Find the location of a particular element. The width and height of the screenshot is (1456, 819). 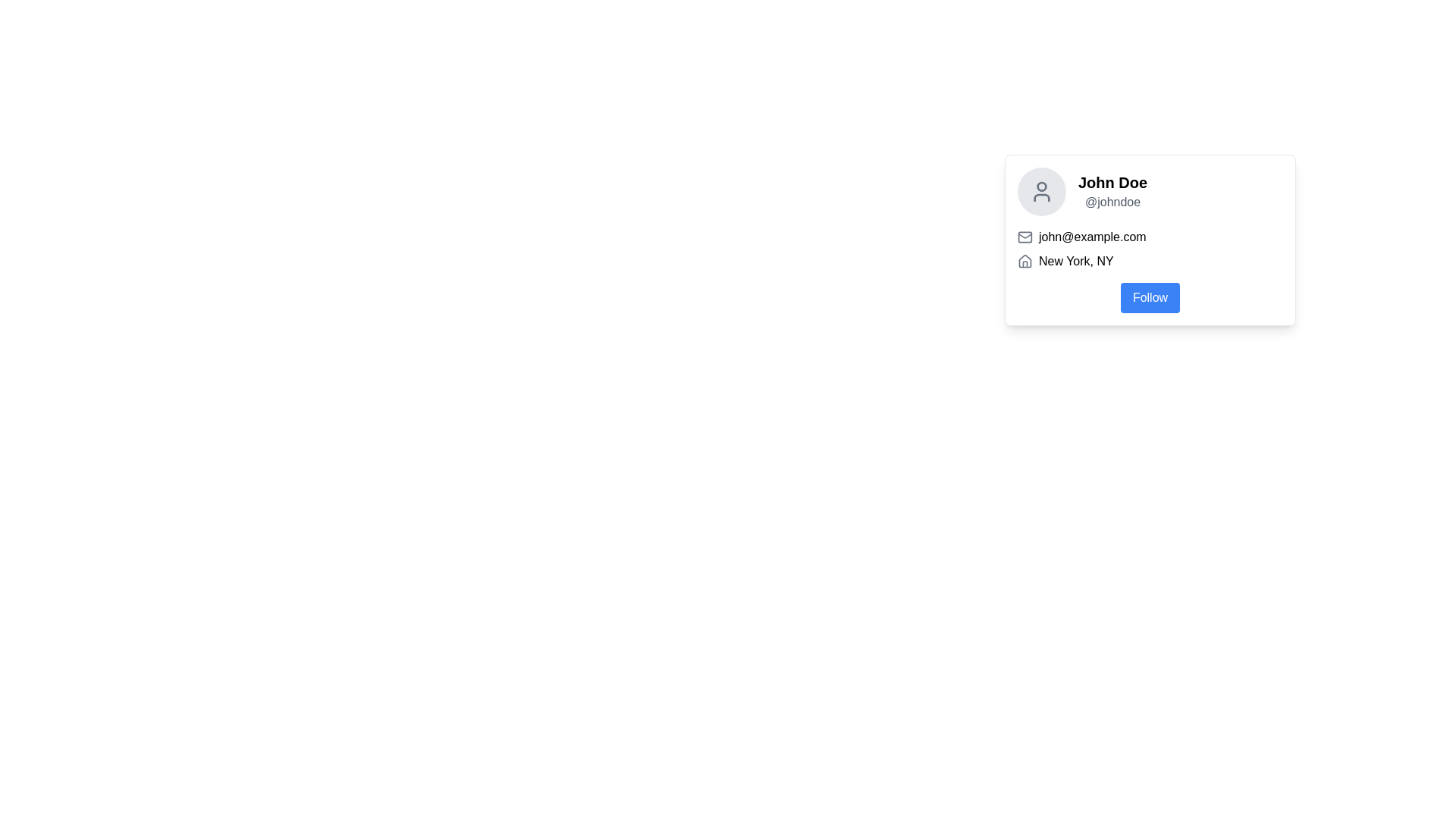

the main rectangular body of the envelope icon located to the left of the text 'john@example.com' in the user profile card for interactions is located at coordinates (1025, 237).